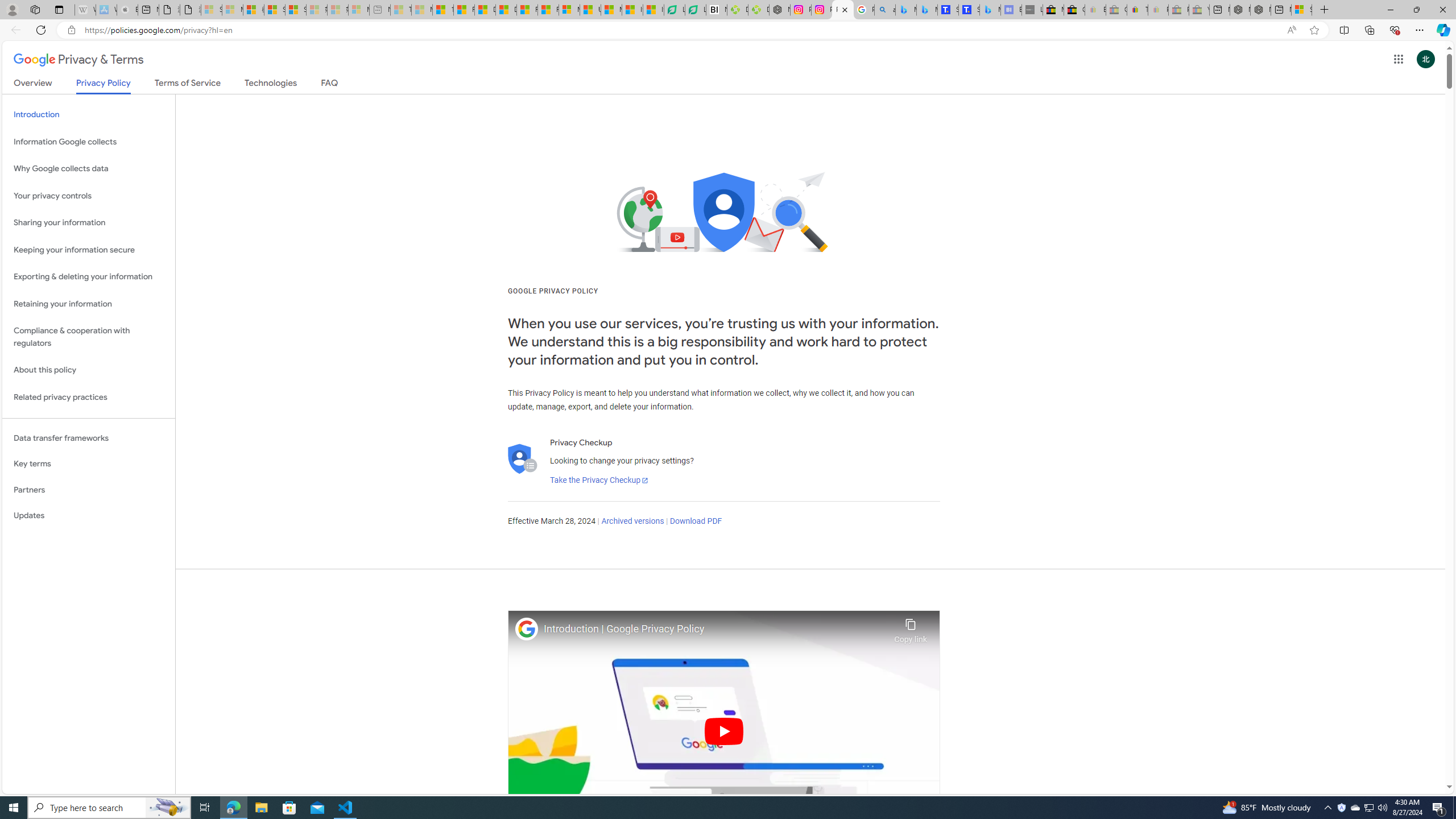 The height and width of the screenshot is (819, 1456). Describe the element at coordinates (231, 9) in the screenshot. I see `'Microsoft Services Agreement - Sleeping'` at that location.